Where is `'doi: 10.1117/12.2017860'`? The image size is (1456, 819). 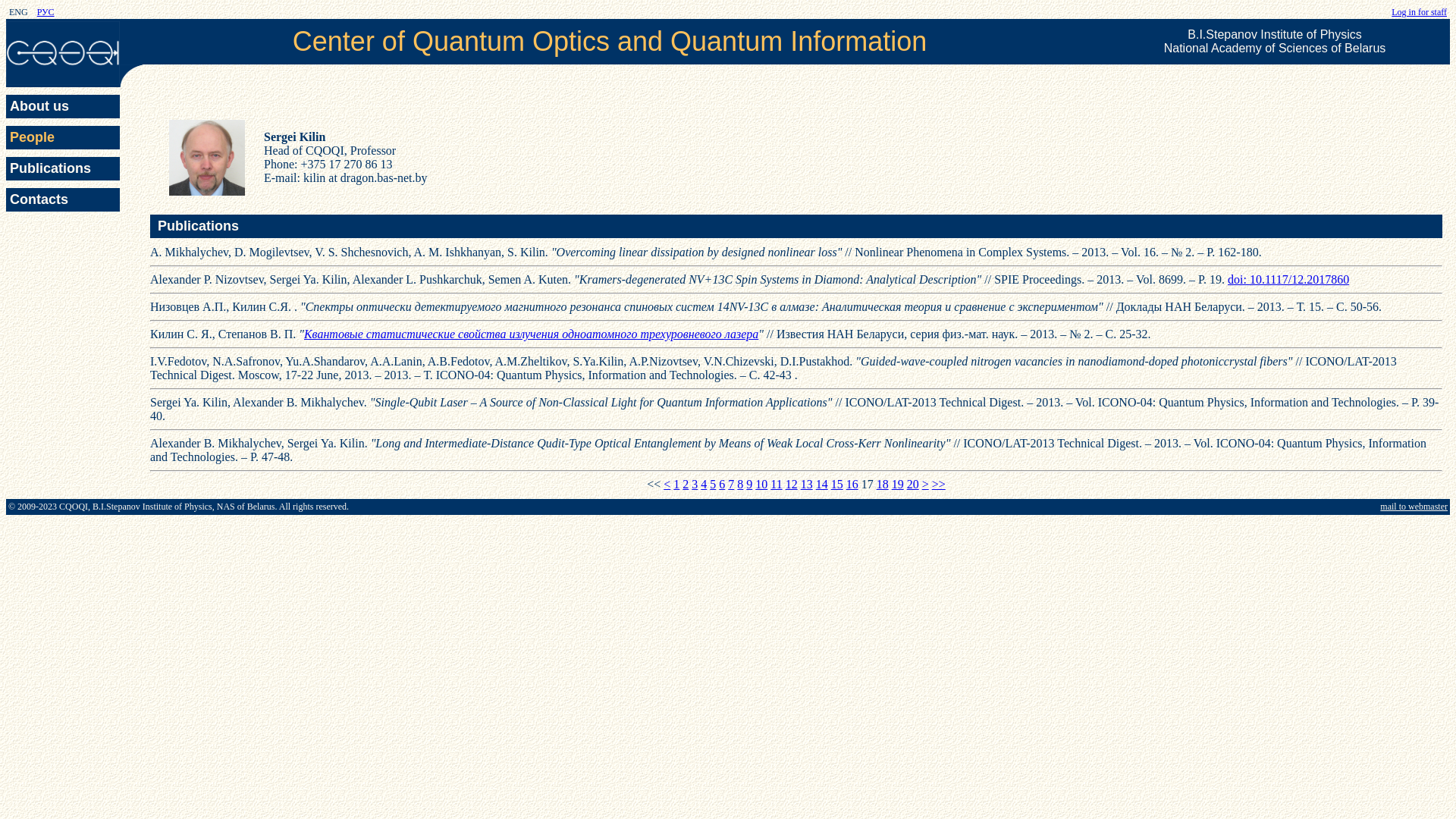 'doi: 10.1117/12.2017860' is located at coordinates (1288, 279).